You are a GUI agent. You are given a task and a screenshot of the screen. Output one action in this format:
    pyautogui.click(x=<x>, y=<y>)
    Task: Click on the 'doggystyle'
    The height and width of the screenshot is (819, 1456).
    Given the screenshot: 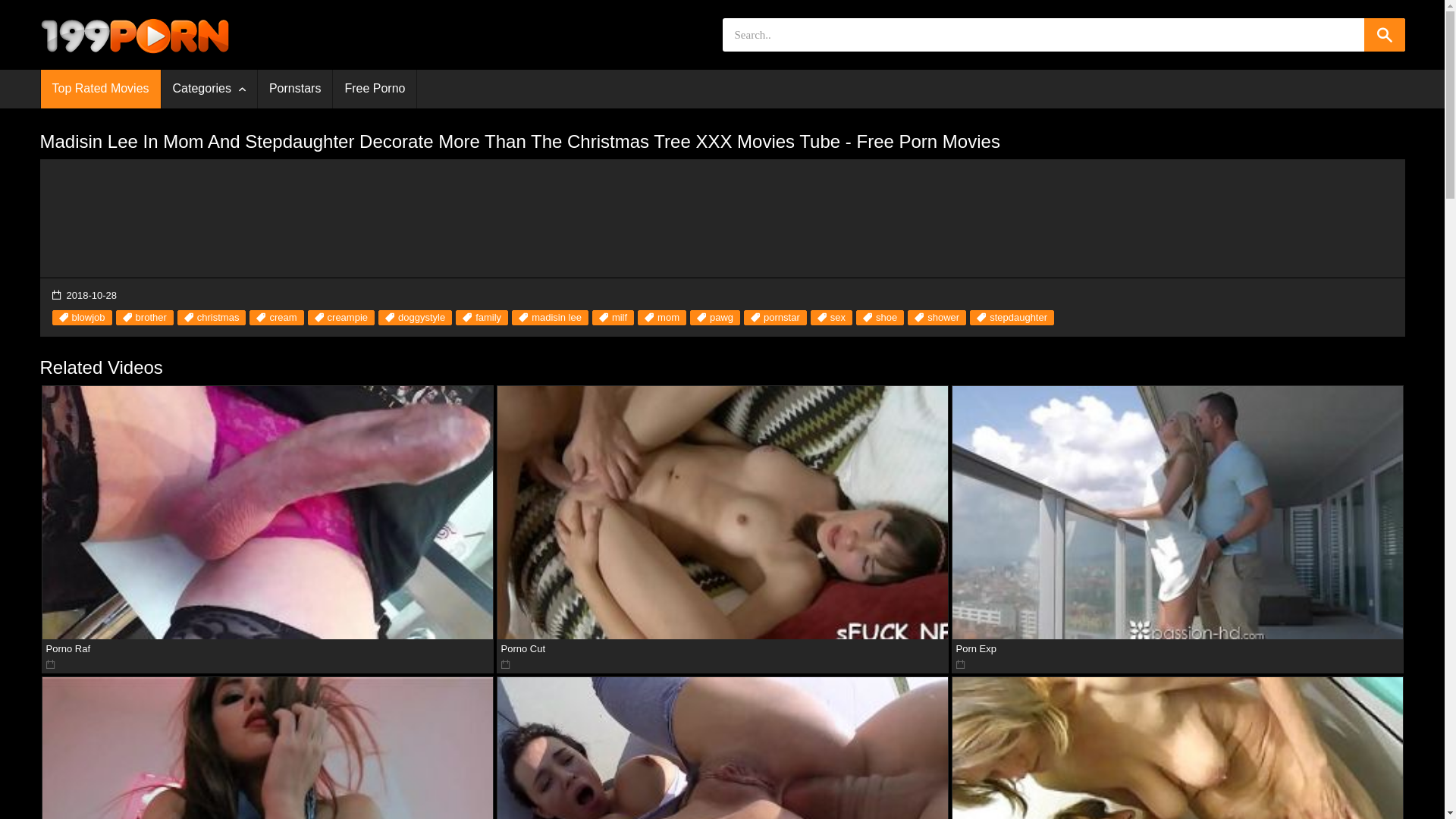 What is the action you would take?
    pyautogui.click(x=415, y=317)
    